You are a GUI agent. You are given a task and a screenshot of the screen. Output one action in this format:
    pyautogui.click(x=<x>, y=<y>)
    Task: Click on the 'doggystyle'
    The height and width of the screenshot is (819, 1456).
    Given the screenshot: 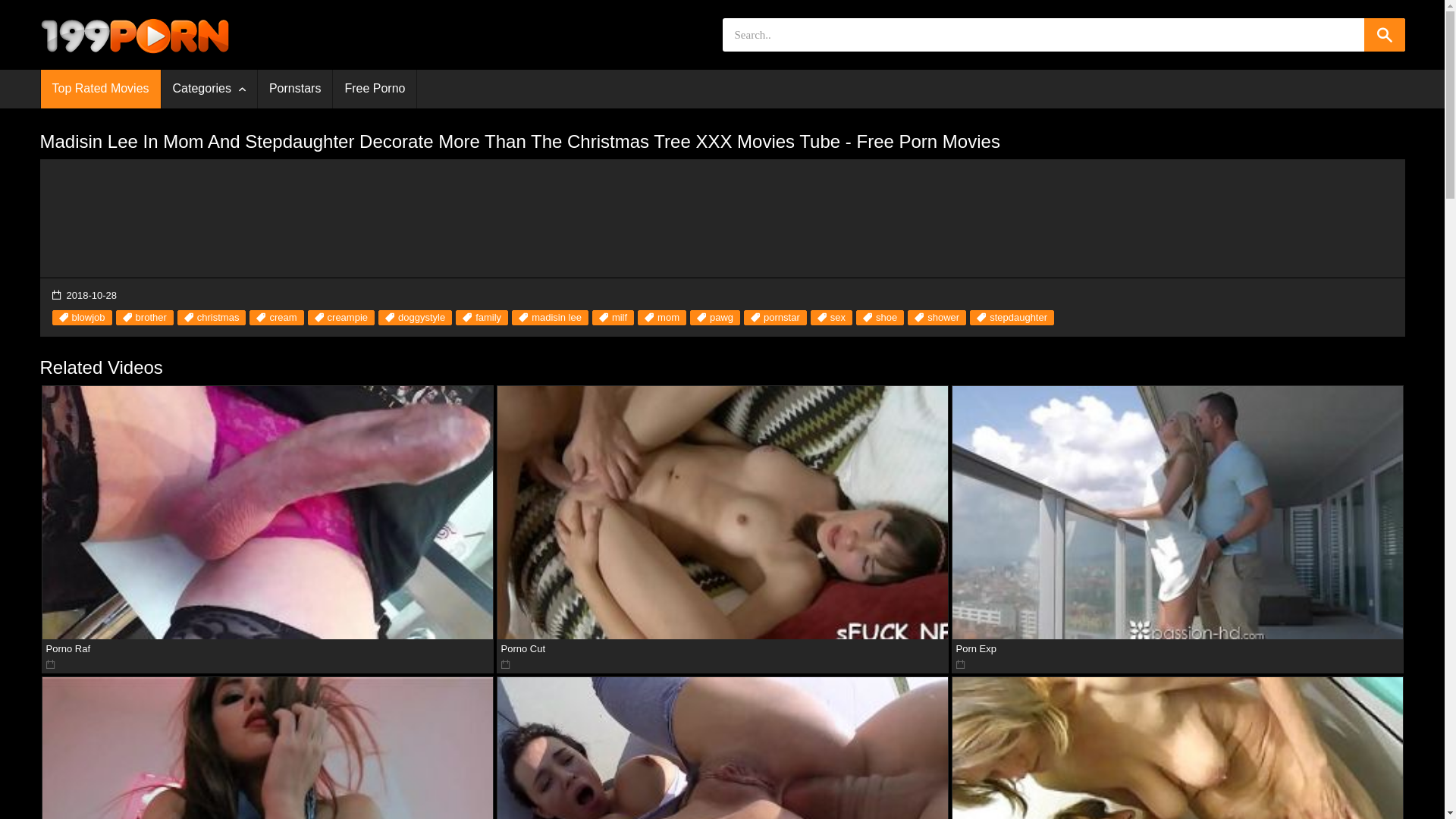 What is the action you would take?
    pyautogui.click(x=415, y=317)
    